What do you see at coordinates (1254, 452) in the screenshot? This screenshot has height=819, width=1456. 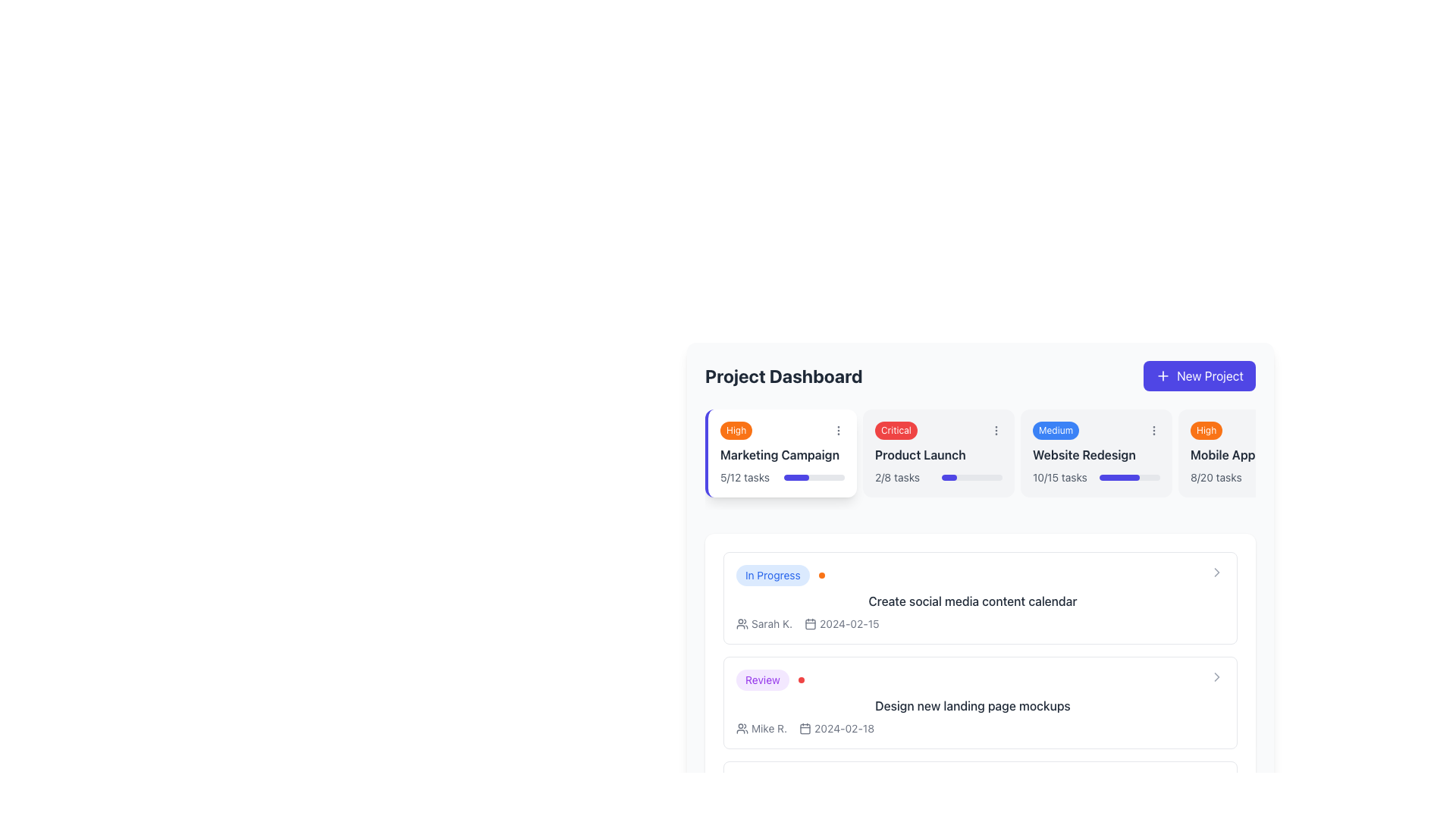 I see `the 'Mobile App' card component, which has a light gray background, rounded corners, and features the label 'High' in an orange badge` at bounding box center [1254, 452].